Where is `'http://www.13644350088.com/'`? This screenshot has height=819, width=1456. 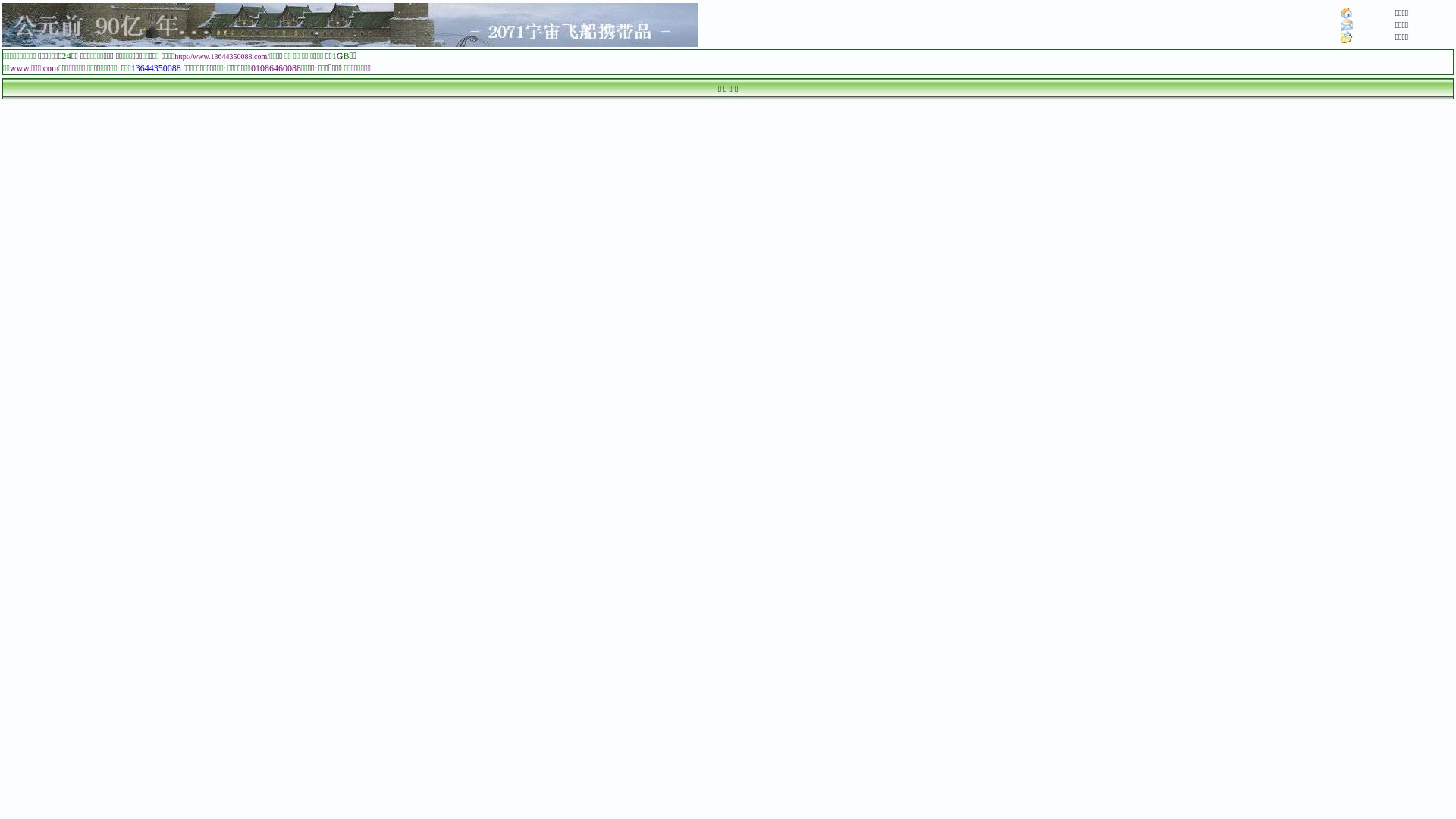 'http://www.13644350088.com/' is located at coordinates (221, 55).